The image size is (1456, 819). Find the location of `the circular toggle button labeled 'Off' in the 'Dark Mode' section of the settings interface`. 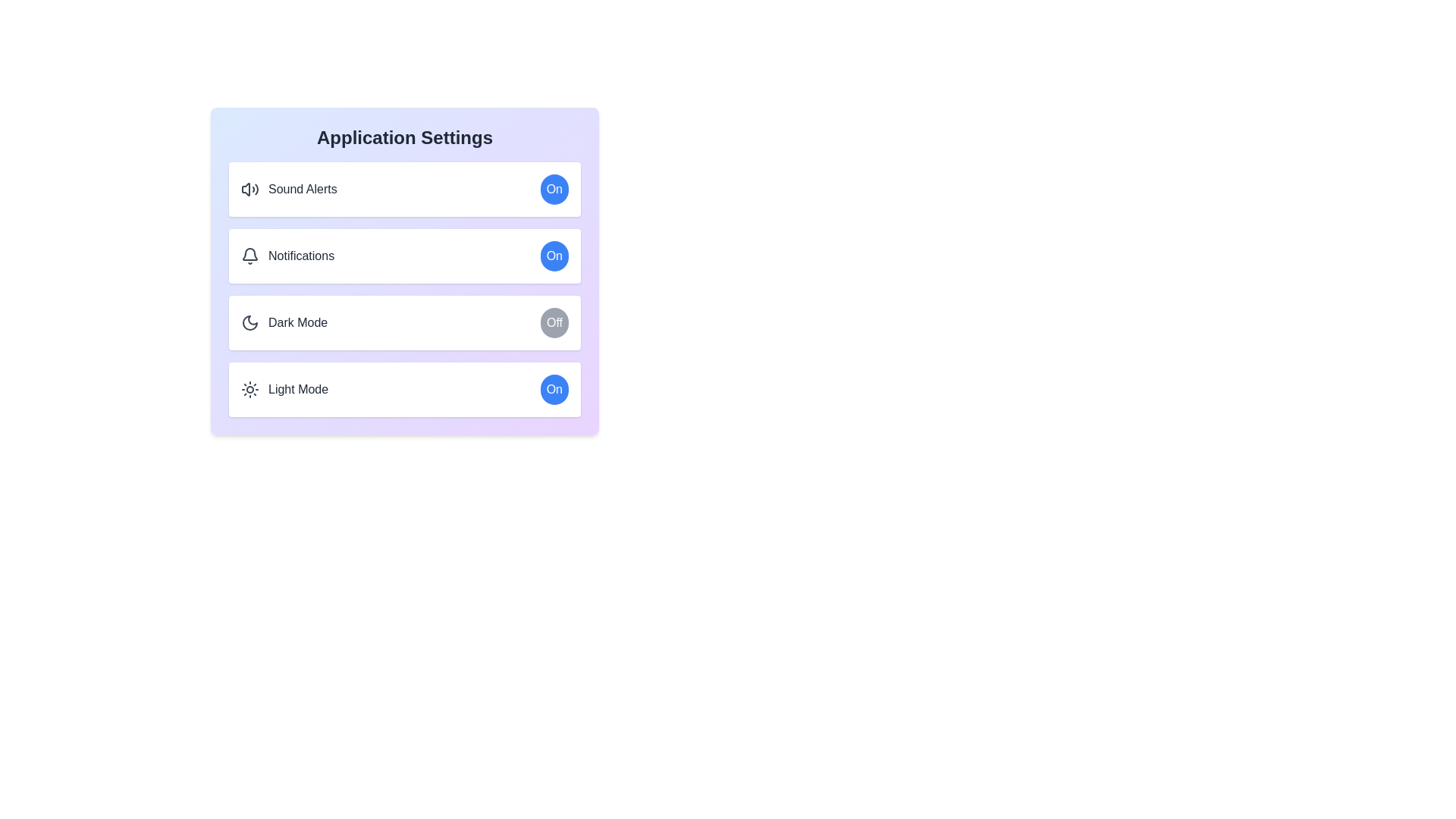

the circular toggle button labeled 'Off' in the 'Dark Mode' section of the settings interface is located at coordinates (554, 322).